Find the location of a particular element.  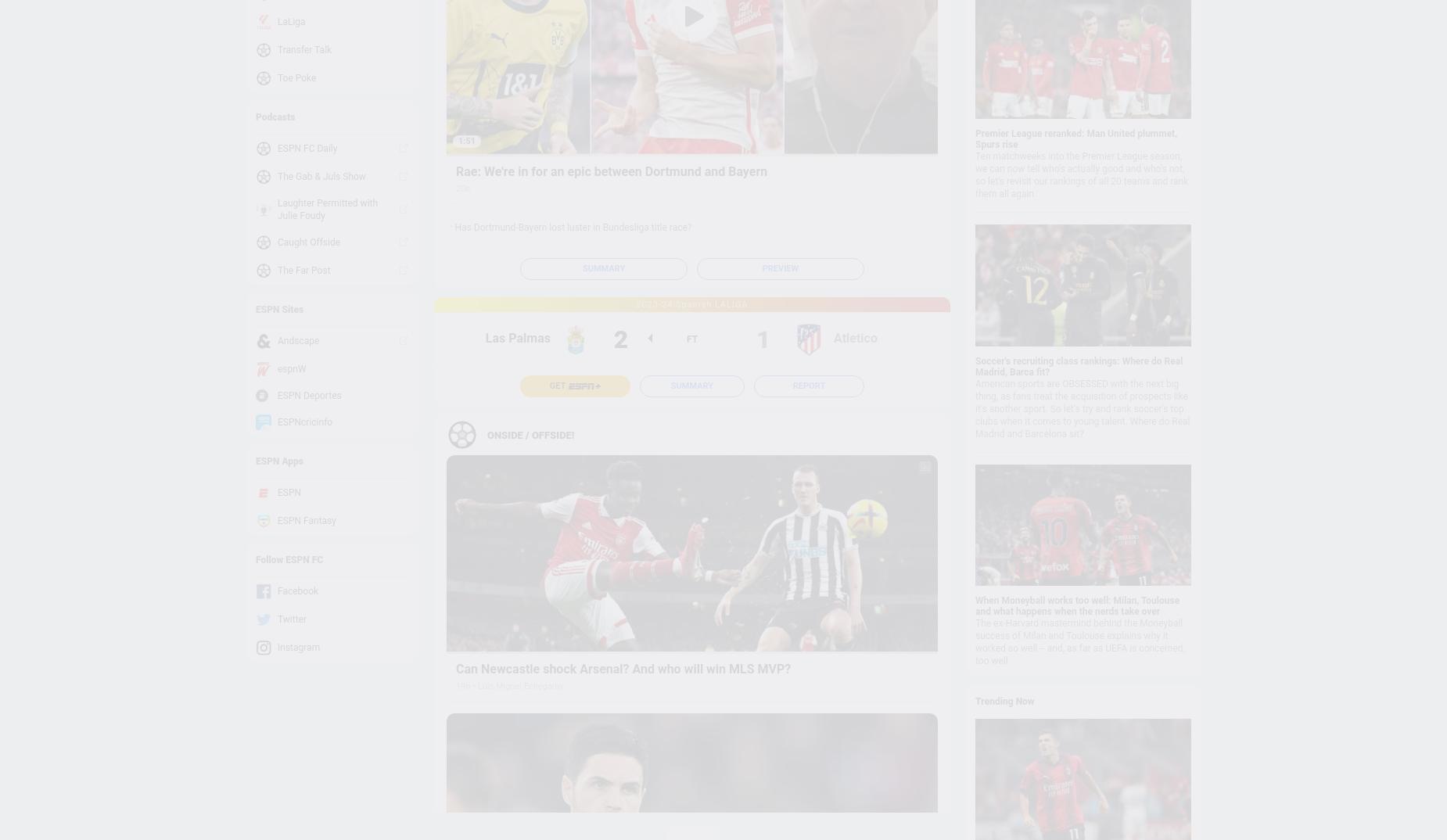

'19h' is located at coordinates (463, 685).